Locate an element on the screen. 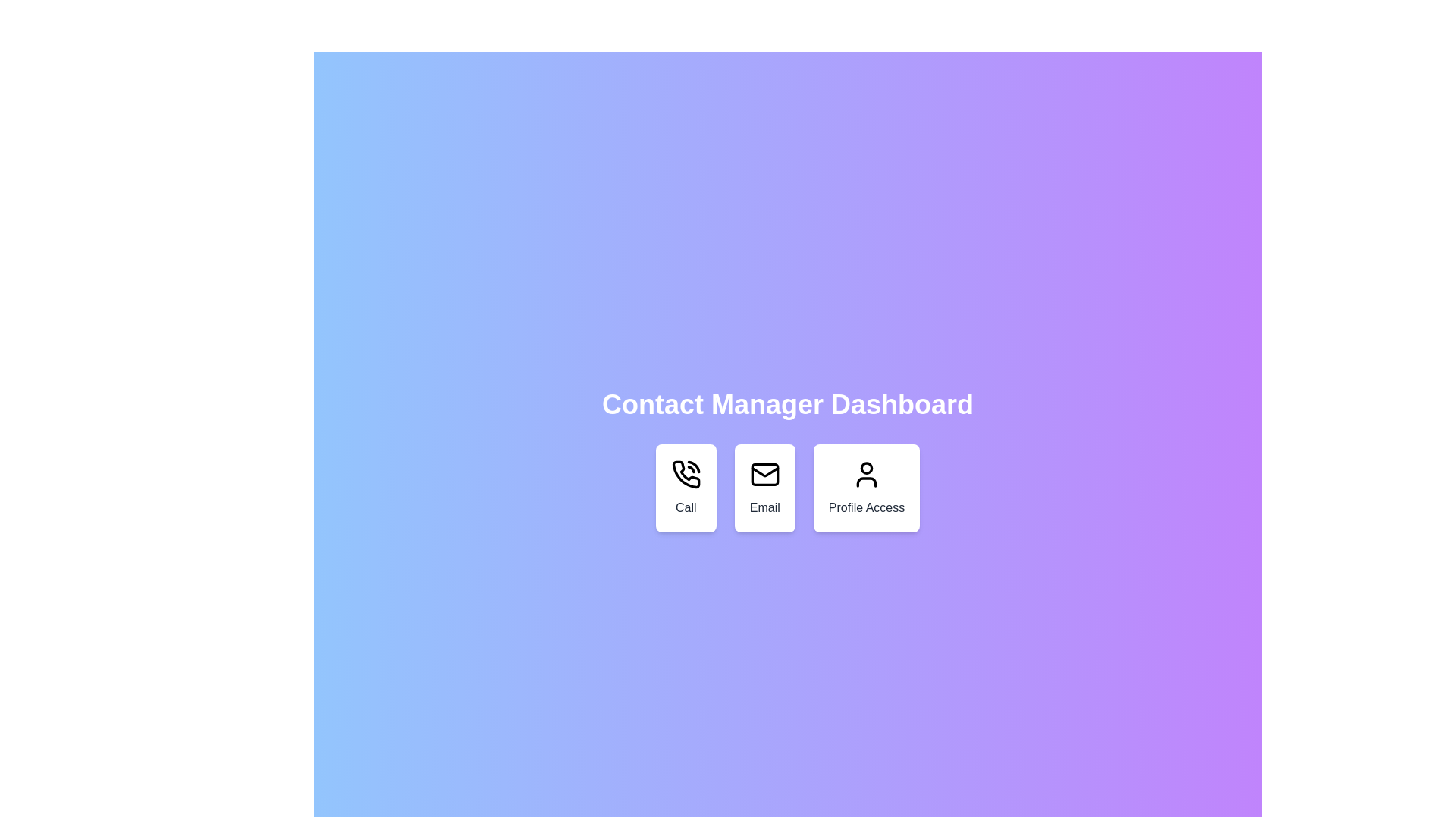  the interactive button located beneath the 'Contact Manager Dashboard' heading, to the left of the 'Email' button, to observe the hover effect is located at coordinates (685, 488).